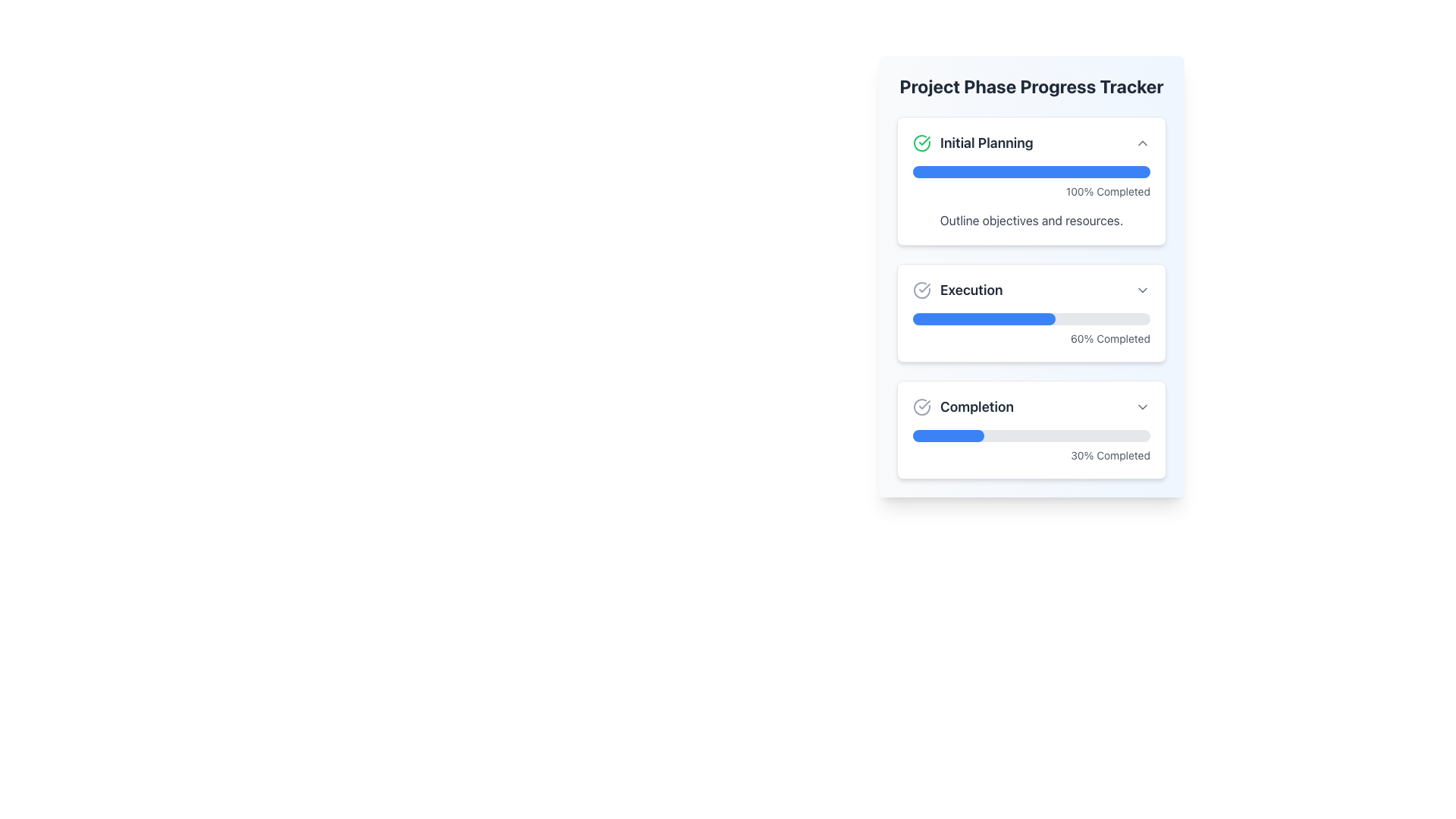 The image size is (1456, 819). What do you see at coordinates (1031, 430) in the screenshot?
I see `progress information displayed on the third Progress Tracker Card located at the bottom of the 'Project Phase Progress Tracker' section` at bounding box center [1031, 430].